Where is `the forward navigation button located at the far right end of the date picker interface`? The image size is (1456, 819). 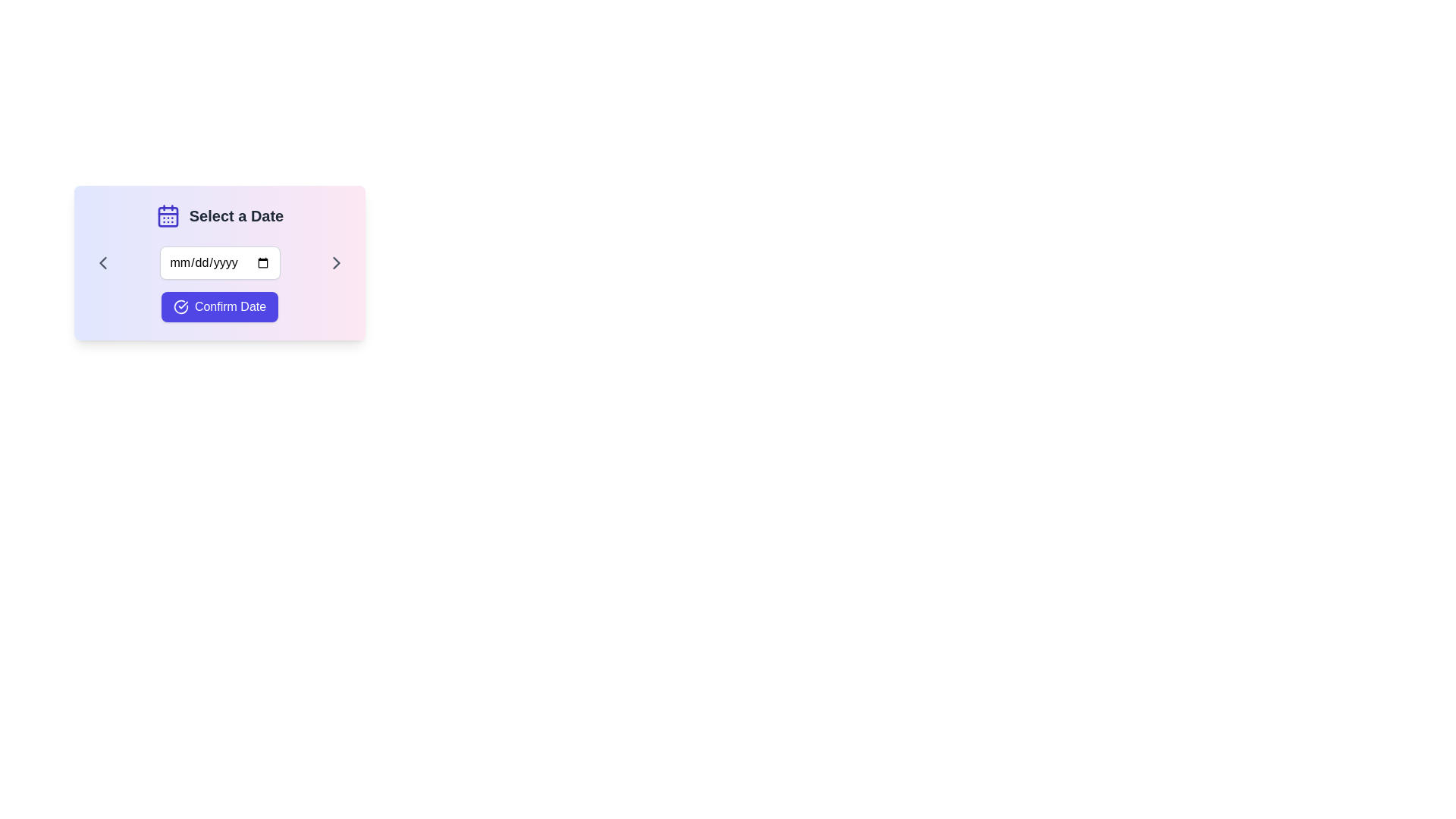
the forward navigation button located at the far right end of the date picker interface is located at coordinates (336, 262).